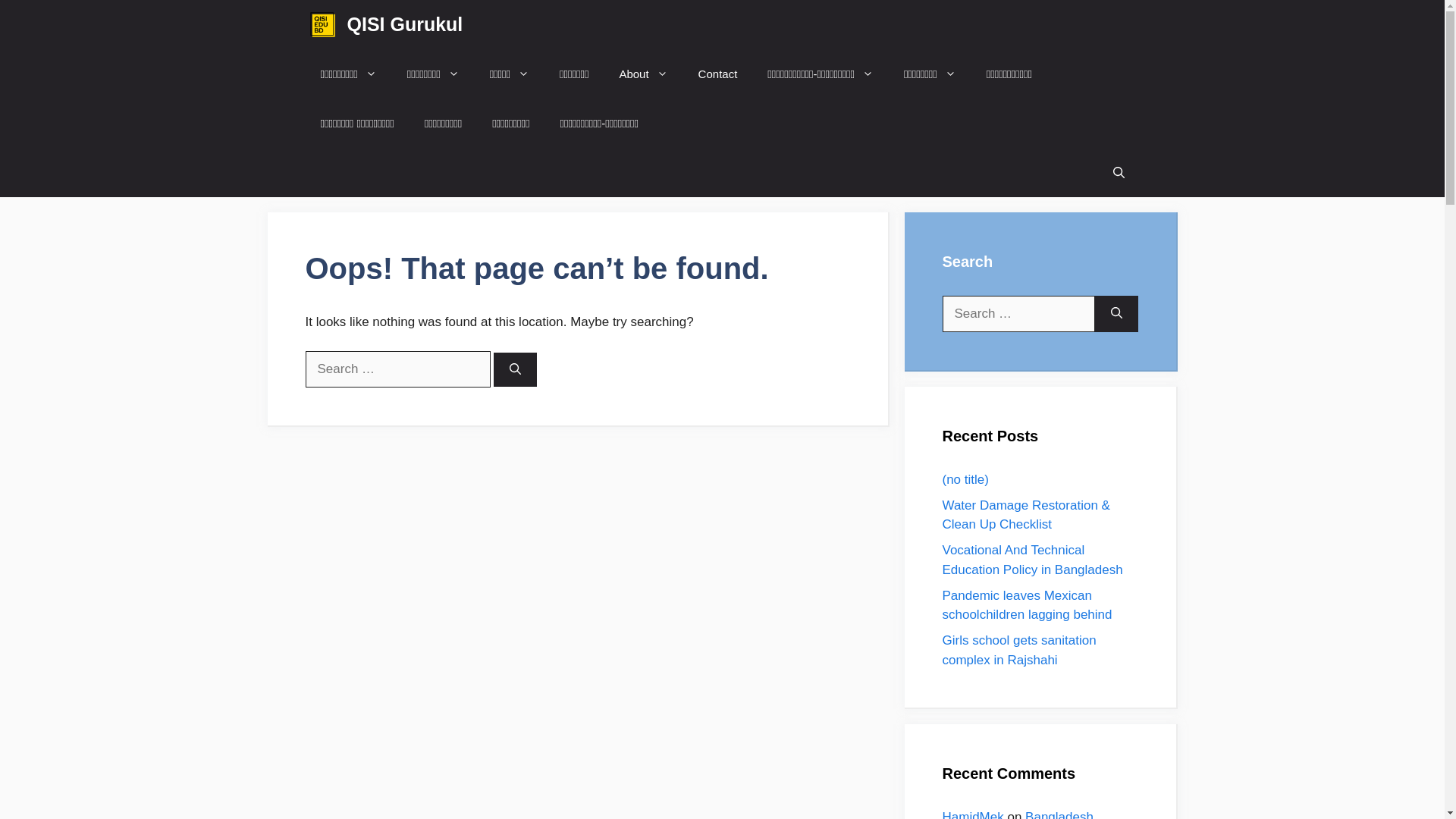 The image size is (1456, 819). I want to click on 'QISI Gurukul', so click(321, 24).